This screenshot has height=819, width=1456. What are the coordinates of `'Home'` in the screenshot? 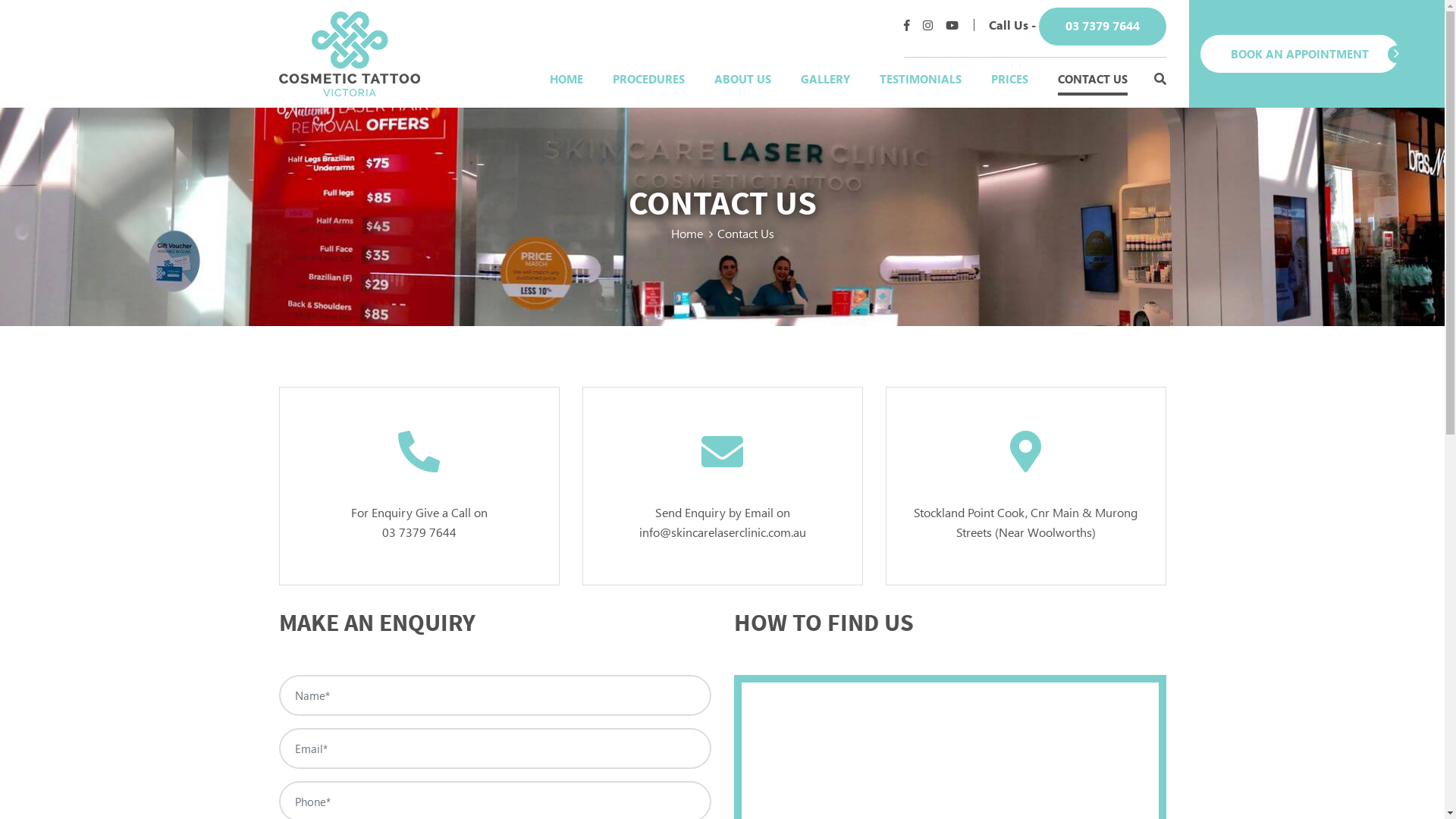 It's located at (686, 233).